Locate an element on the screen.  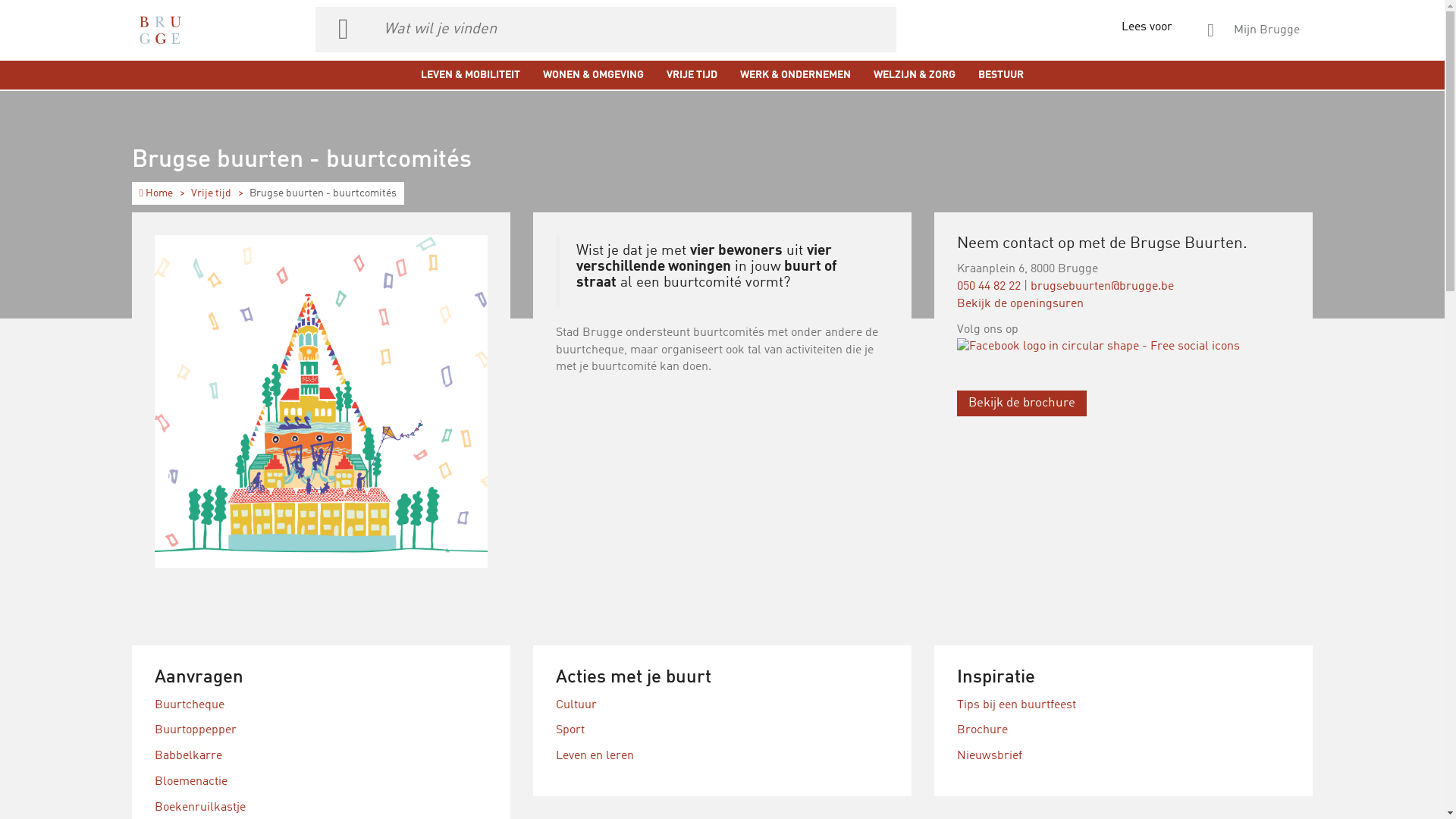
'Babbelkarre' is located at coordinates (187, 755).